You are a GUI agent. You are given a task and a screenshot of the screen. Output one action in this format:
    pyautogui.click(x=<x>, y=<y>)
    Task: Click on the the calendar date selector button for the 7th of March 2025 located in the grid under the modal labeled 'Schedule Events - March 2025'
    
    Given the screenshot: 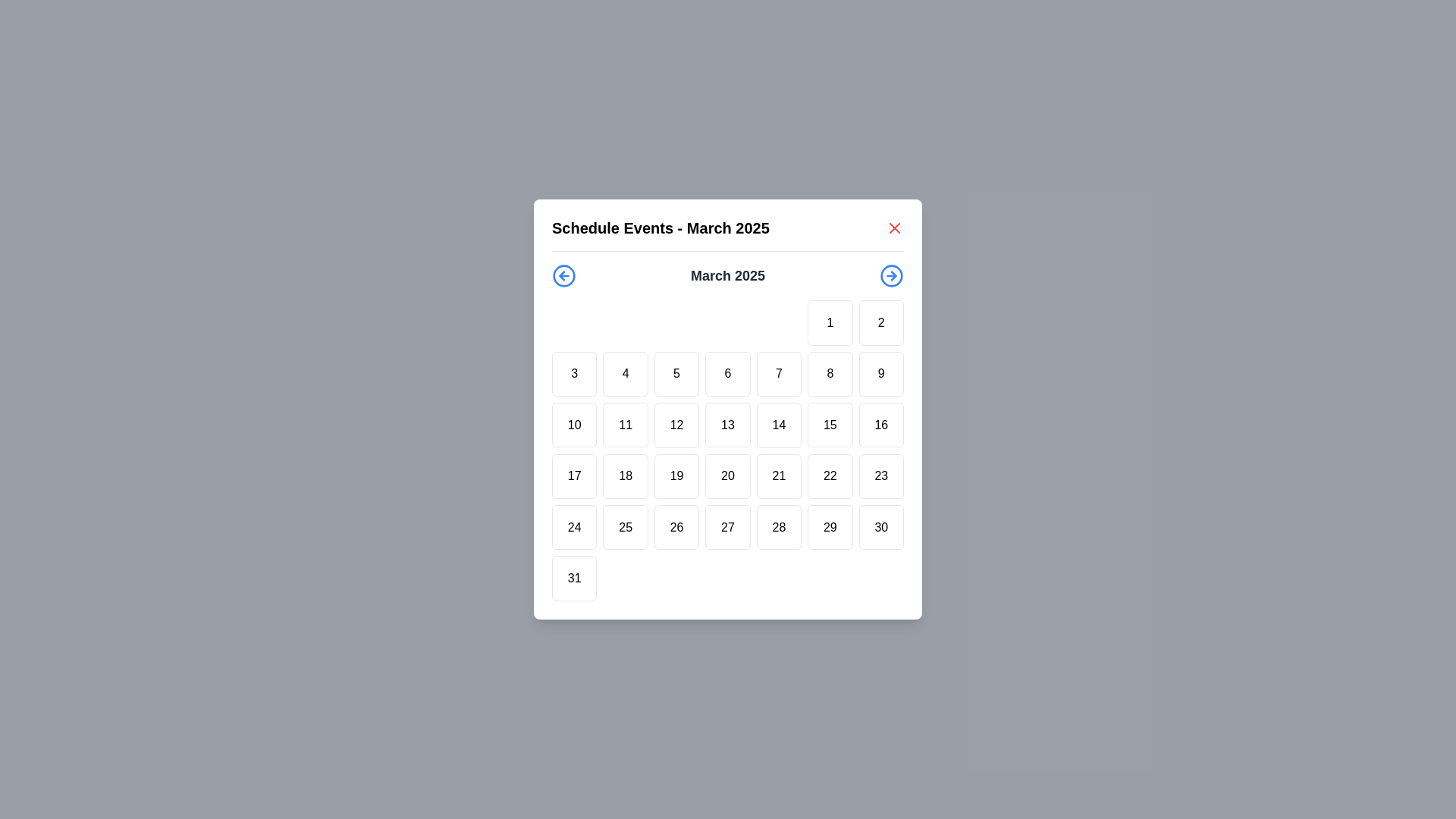 What is the action you would take?
    pyautogui.click(x=779, y=374)
    